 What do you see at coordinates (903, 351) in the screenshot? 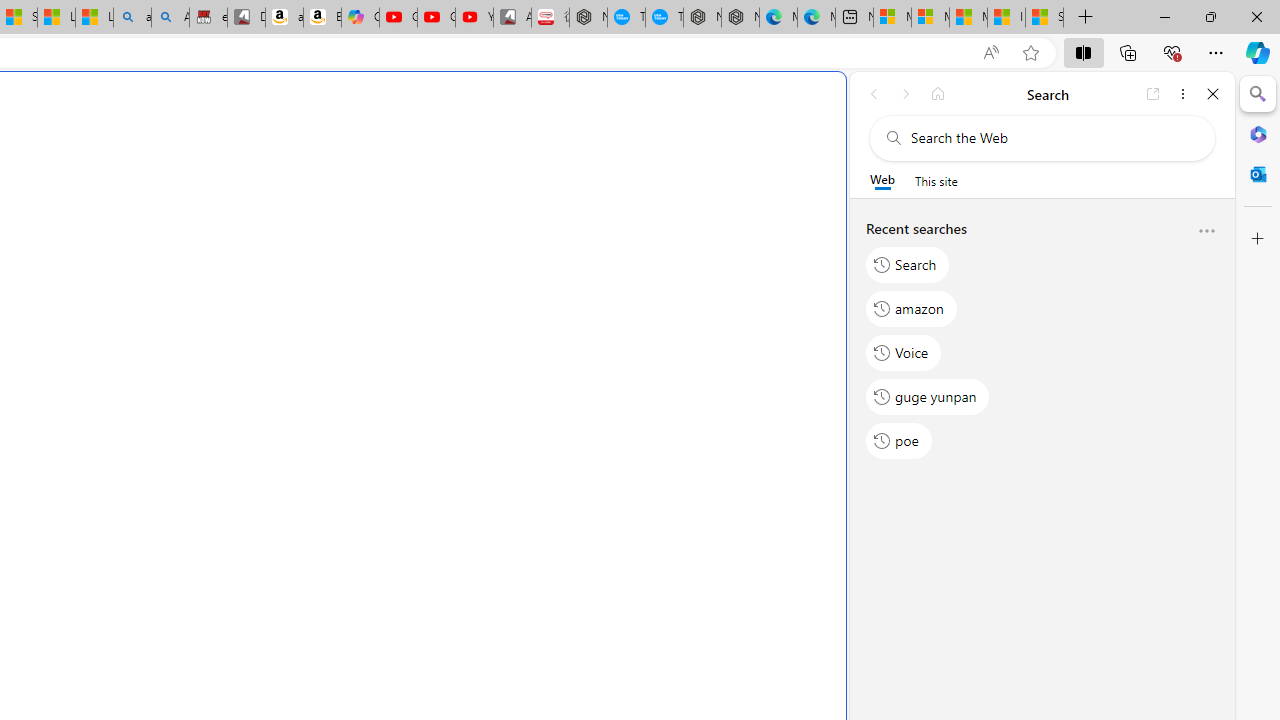
I see `'Voice'` at bounding box center [903, 351].